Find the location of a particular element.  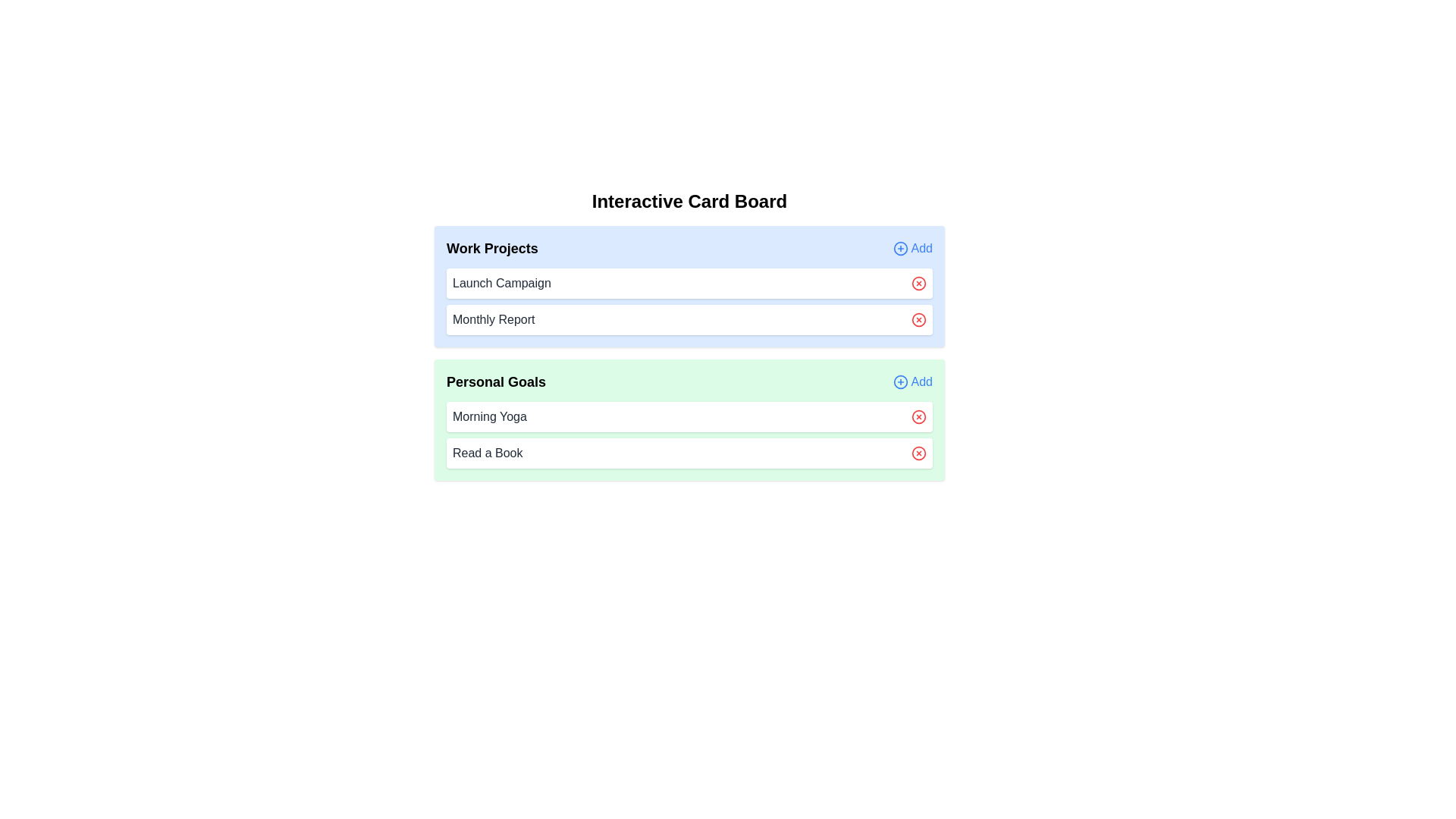

the red 'X' button next to the task 'Monthly Report' in the category 'Work Projects' is located at coordinates (918, 318).